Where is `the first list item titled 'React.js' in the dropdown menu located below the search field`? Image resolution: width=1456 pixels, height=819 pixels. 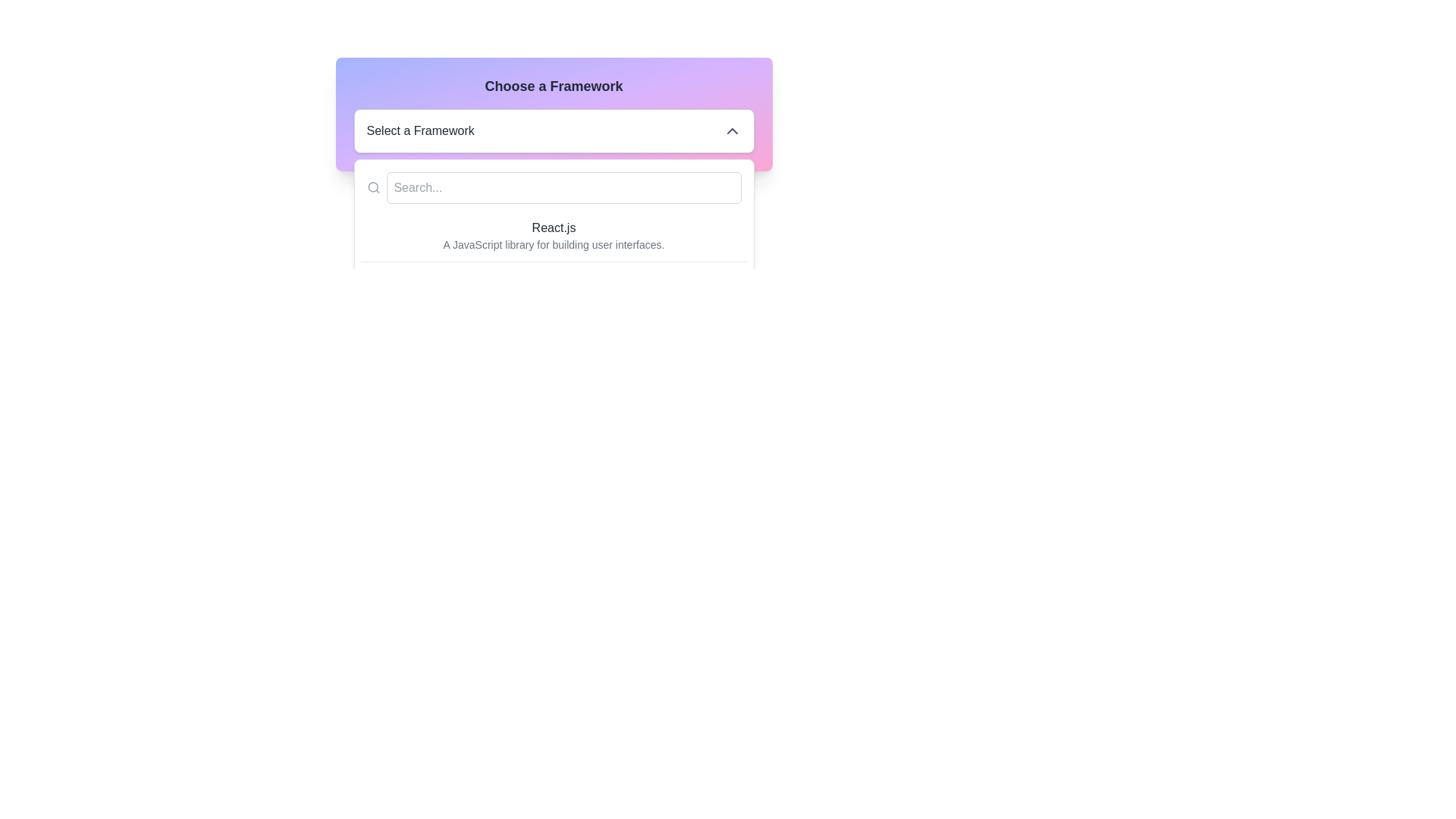 the first list item titled 'React.js' in the dropdown menu located below the search field is located at coordinates (553, 236).